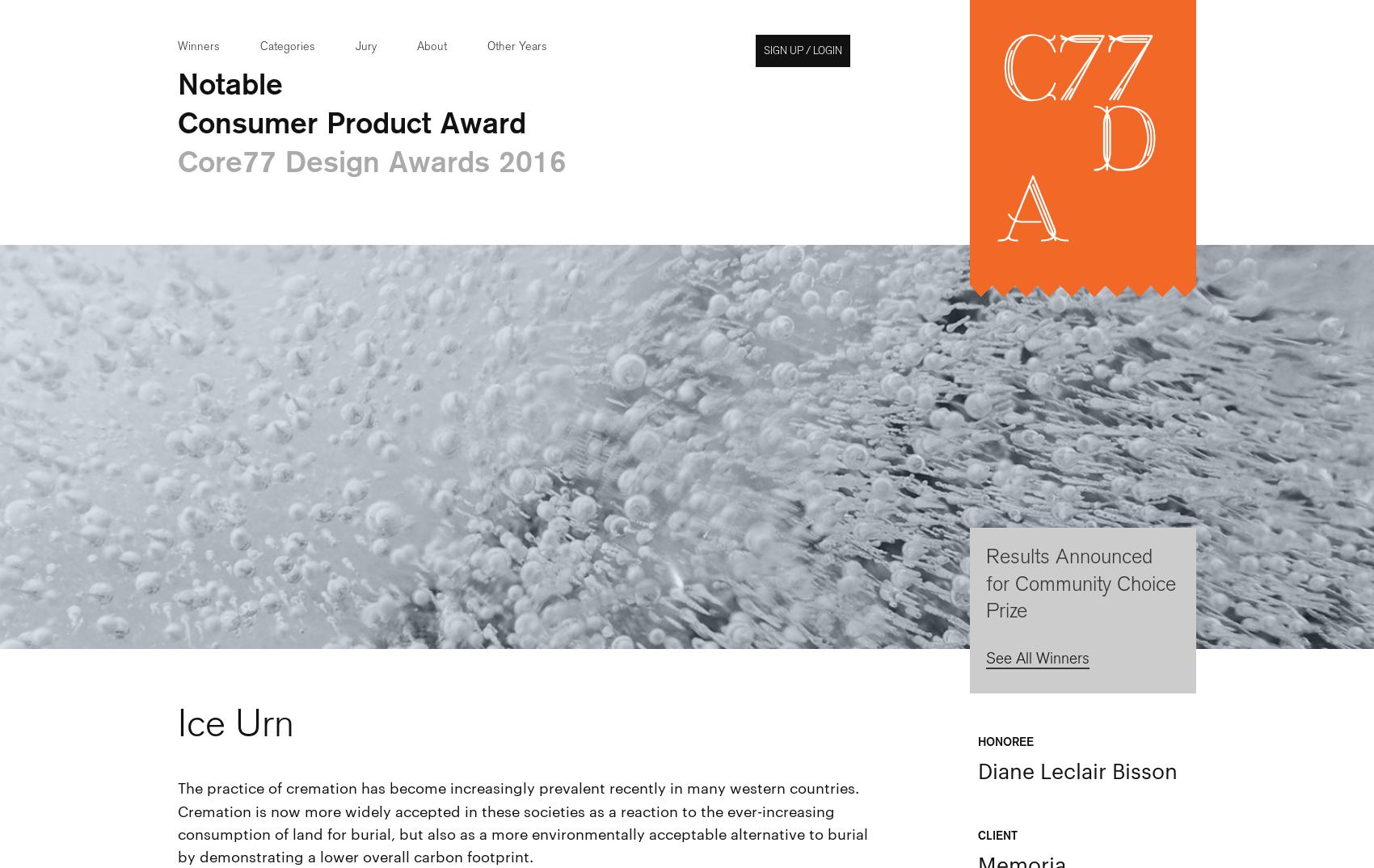 The height and width of the screenshot is (868, 1374). Describe the element at coordinates (352, 120) in the screenshot. I see `'Consumer Product Award'` at that location.